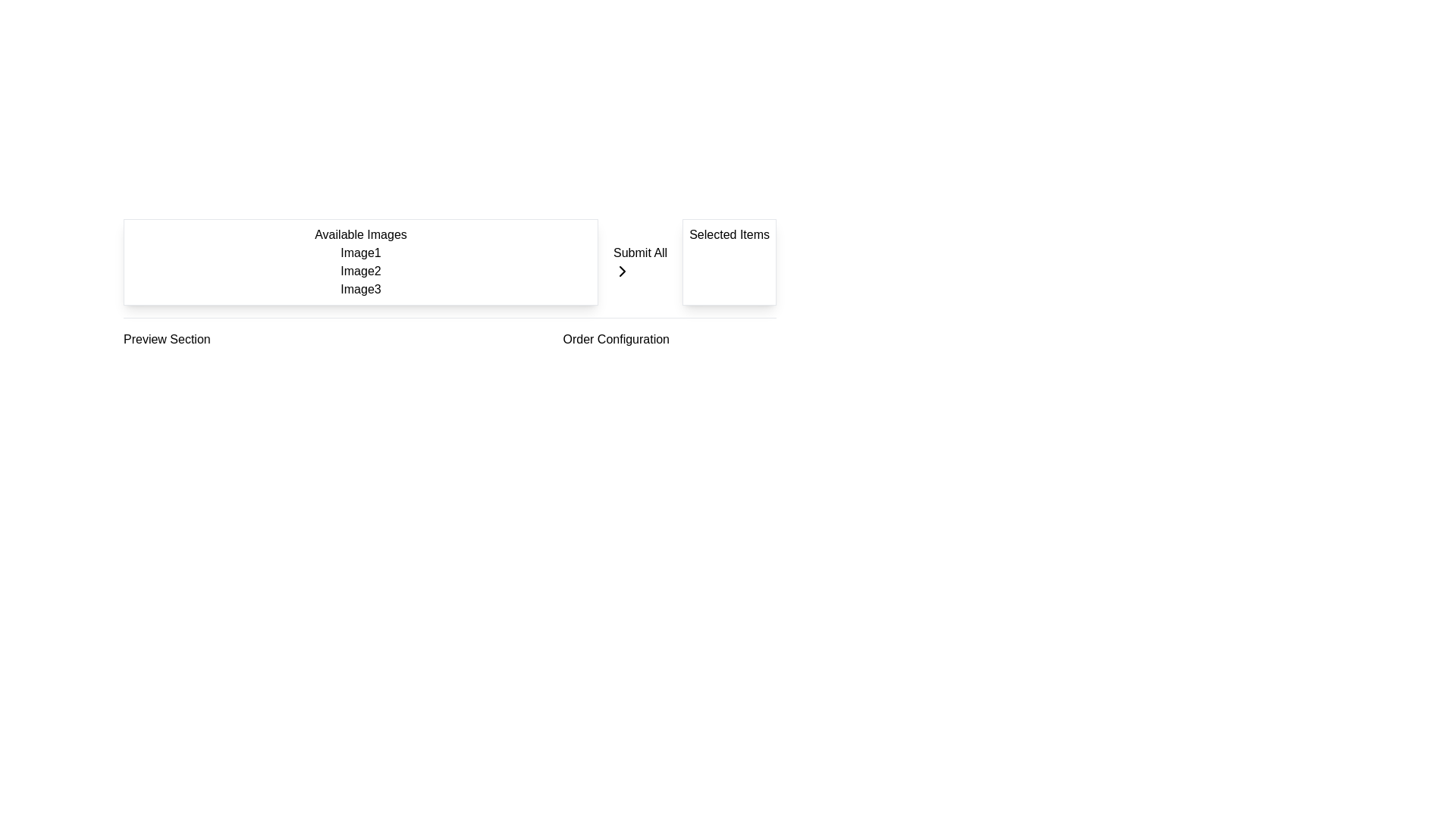 The width and height of the screenshot is (1456, 819). What do you see at coordinates (359, 289) in the screenshot?
I see `the image named Image3 in the 'Available Images' list` at bounding box center [359, 289].